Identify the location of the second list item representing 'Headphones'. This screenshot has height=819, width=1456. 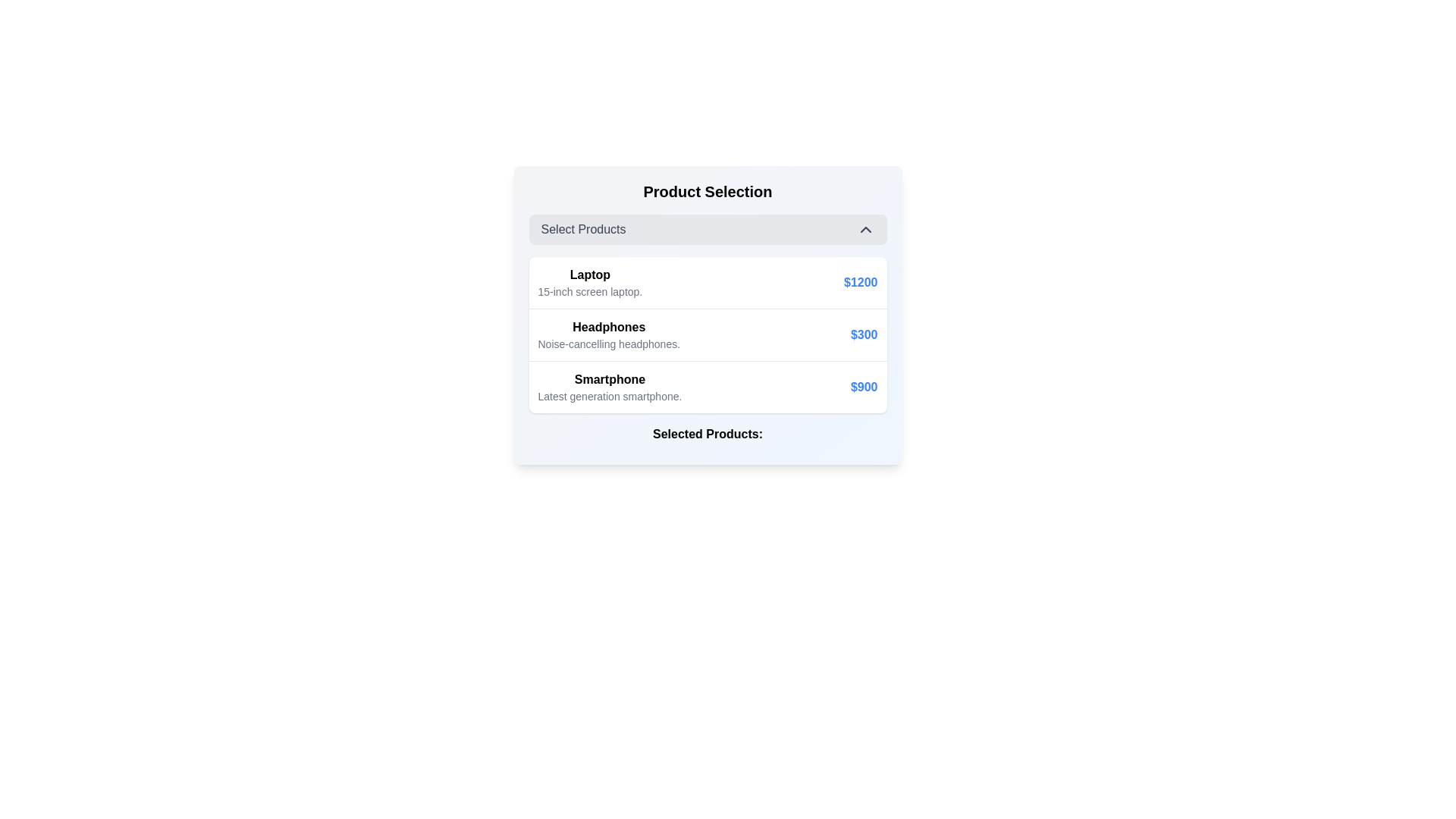
(707, 315).